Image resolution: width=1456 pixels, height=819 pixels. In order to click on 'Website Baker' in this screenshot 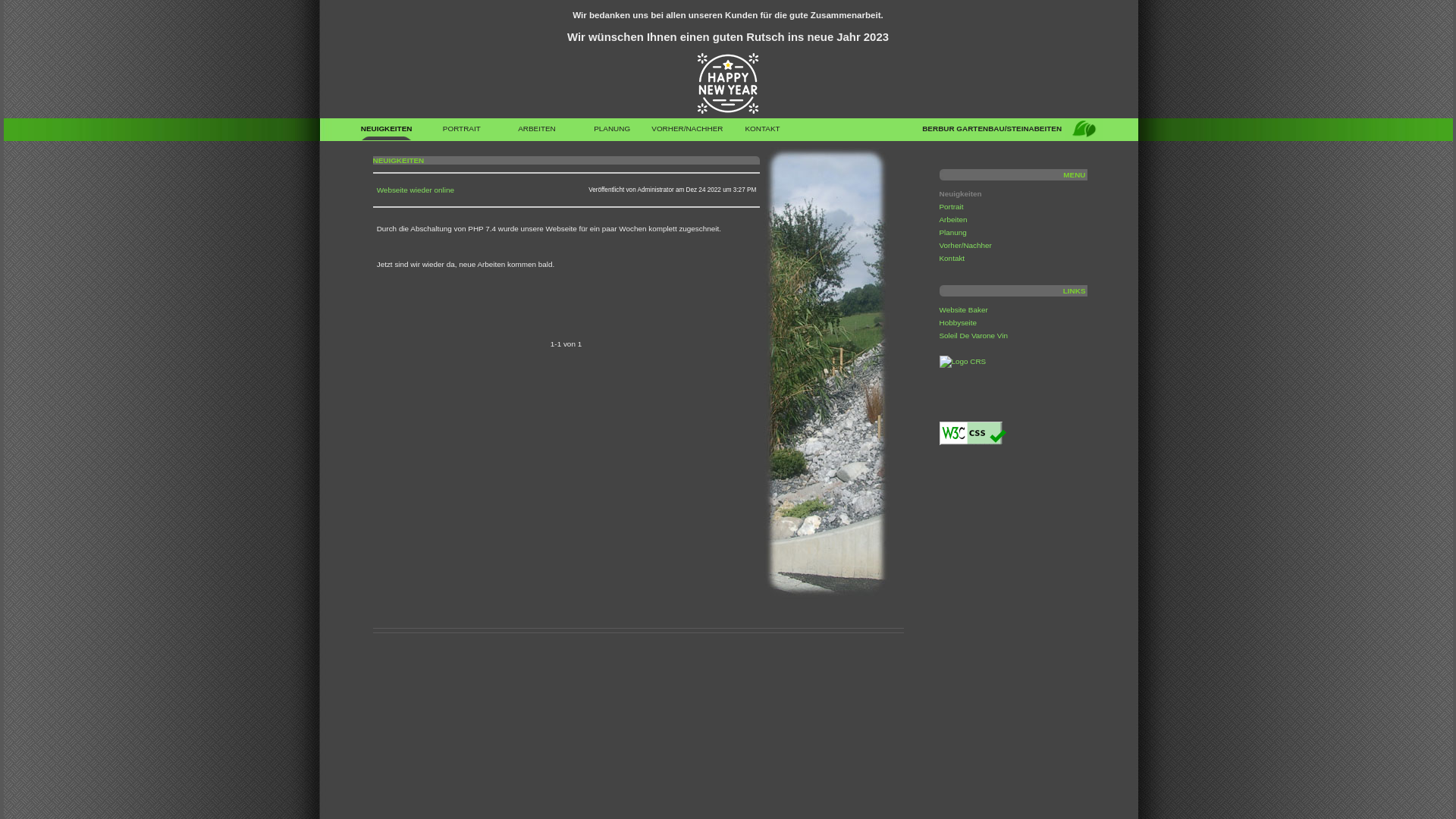, I will do `click(962, 309)`.